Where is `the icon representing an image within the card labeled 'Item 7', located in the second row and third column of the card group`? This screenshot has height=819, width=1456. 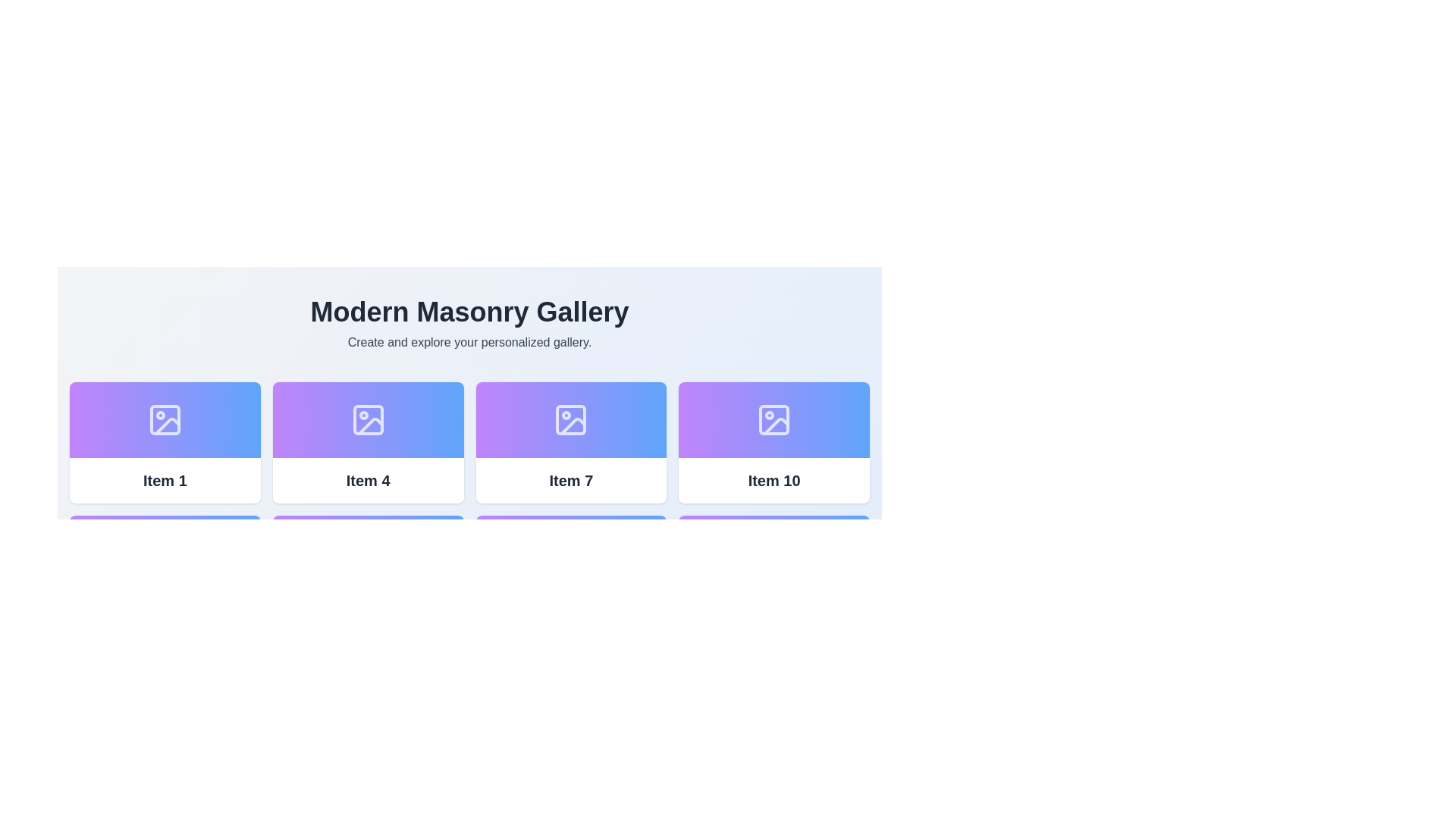 the icon representing an image within the card labeled 'Item 7', located in the second row and third column of the card group is located at coordinates (570, 420).